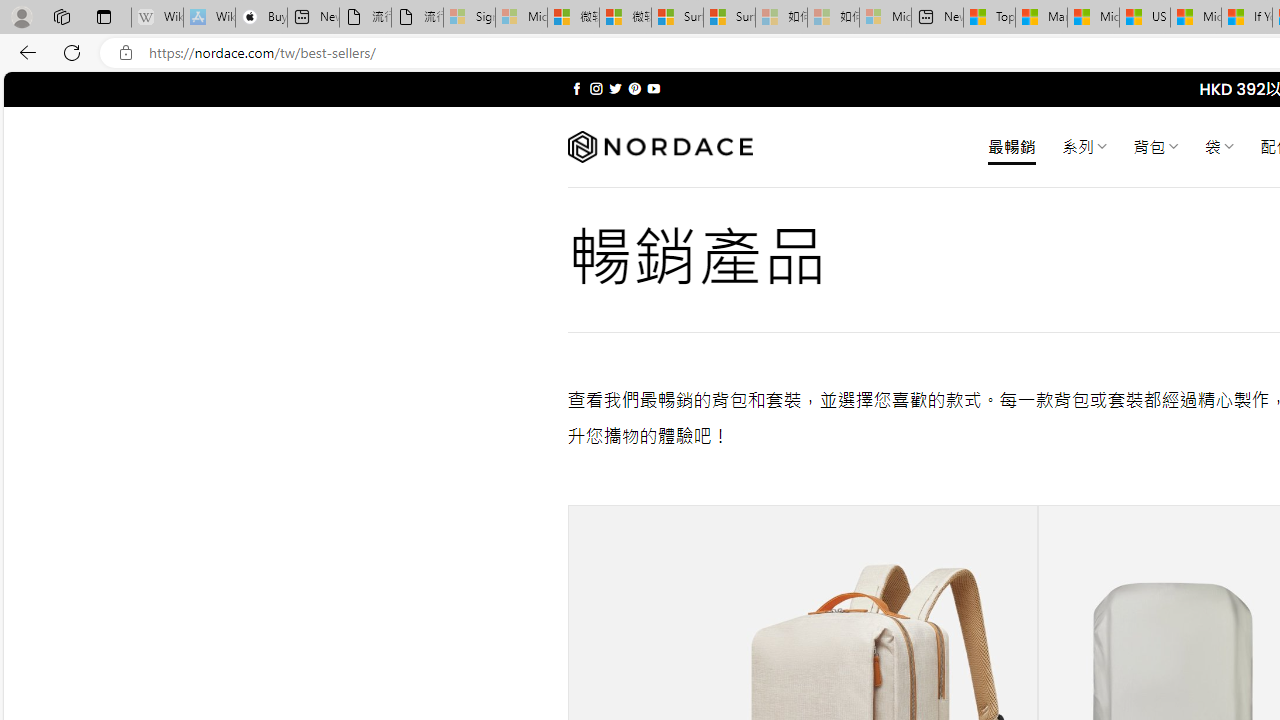 The height and width of the screenshot is (720, 1280). Describe the element at coordinates (653, 88) in the screenshot. I see `'Follow on YouTube'` at that location.